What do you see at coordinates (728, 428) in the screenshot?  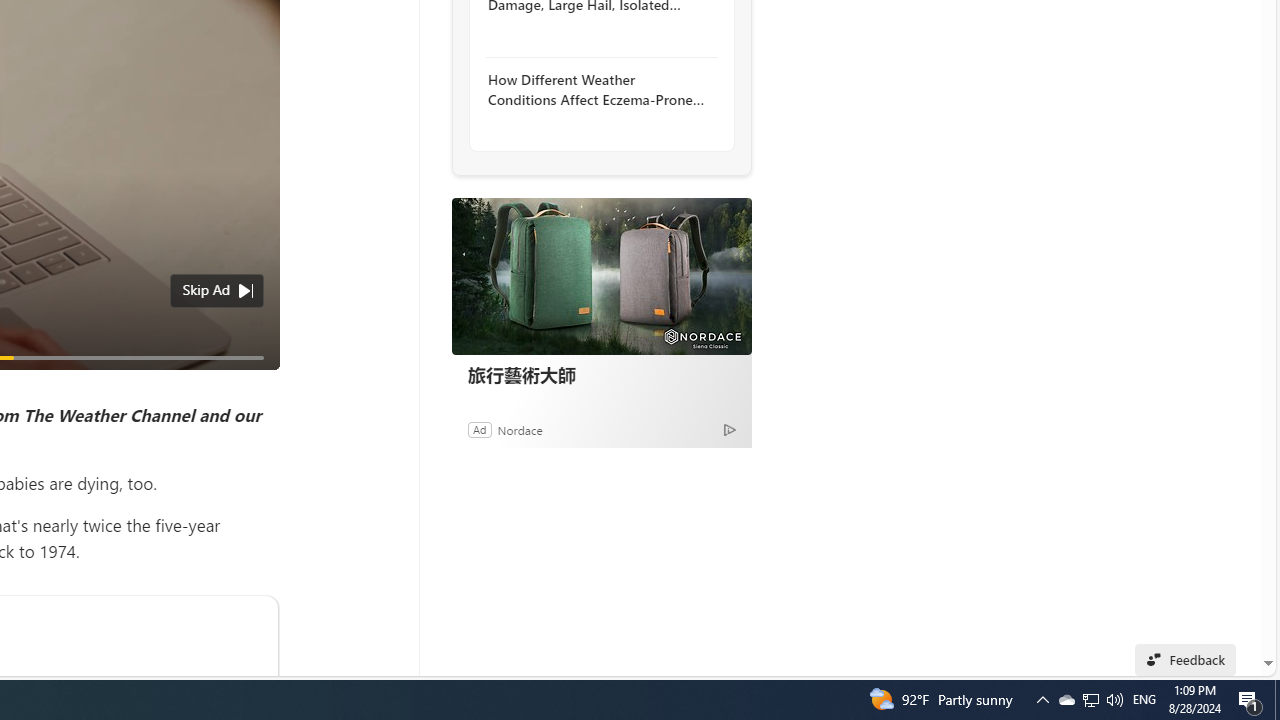 I see `'Ad Choice'` at bounding box center [728, 428].